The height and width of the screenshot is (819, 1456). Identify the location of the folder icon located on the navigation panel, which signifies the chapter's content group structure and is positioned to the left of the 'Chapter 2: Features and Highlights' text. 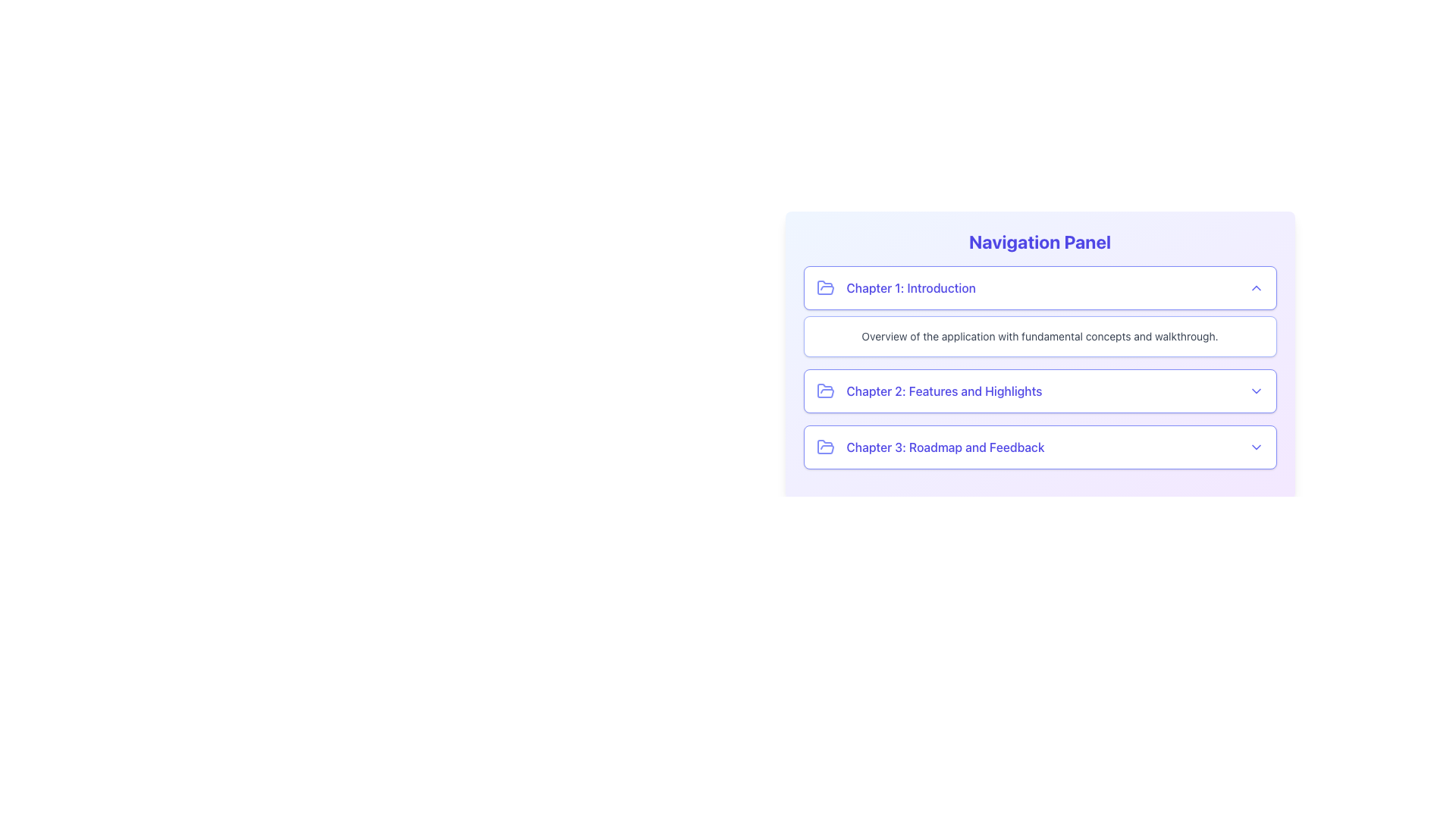
(824, 390).